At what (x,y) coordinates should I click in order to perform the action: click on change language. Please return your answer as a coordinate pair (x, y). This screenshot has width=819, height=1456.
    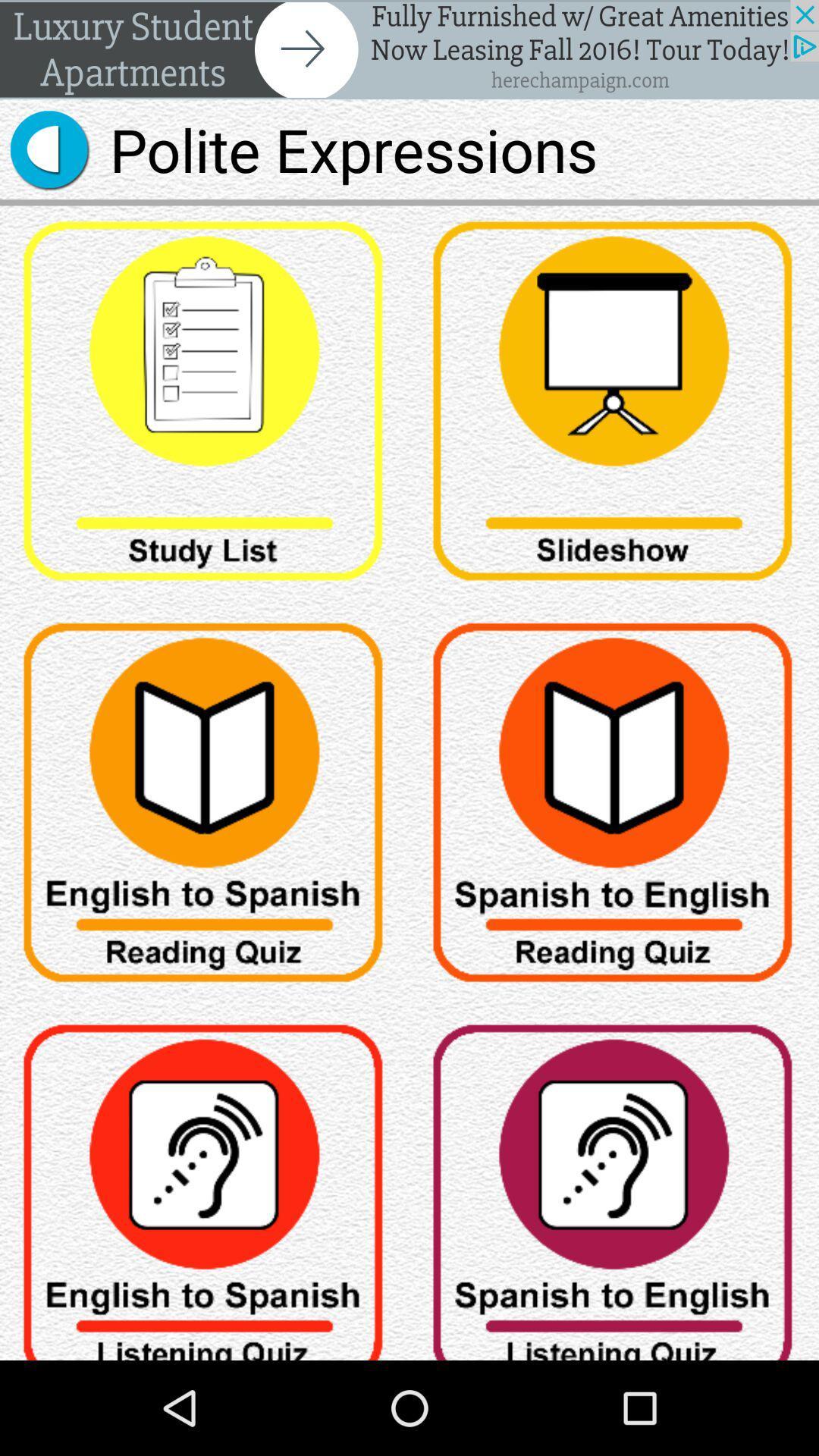
    Looking at the image, I should click on (205, 1184).